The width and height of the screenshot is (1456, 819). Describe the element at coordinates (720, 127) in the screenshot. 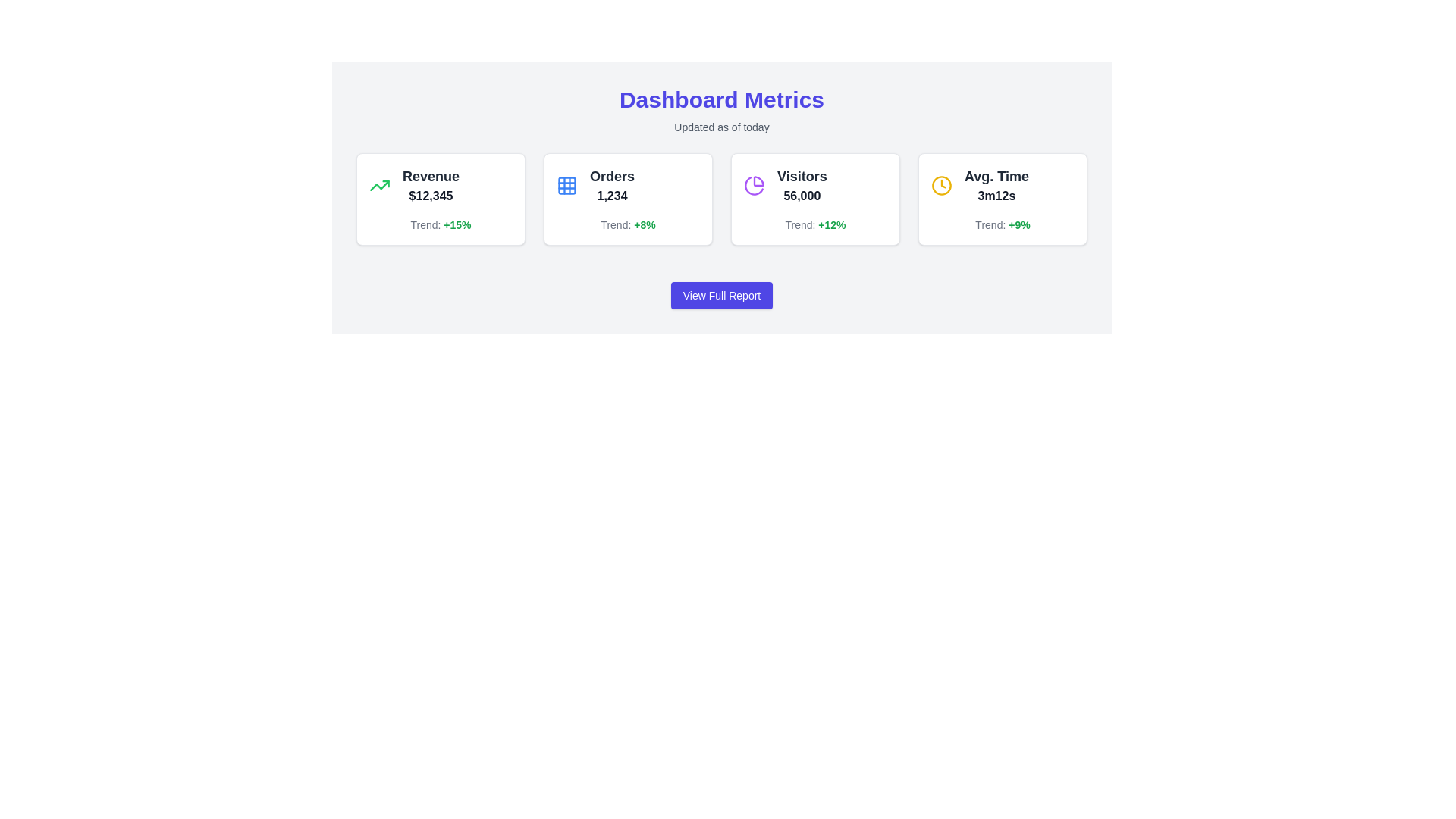

I see `the static text labeled 'Updated as of today.' which is styled with a small gray font and positioned below 'Dashboard Metrics.'` at that location.